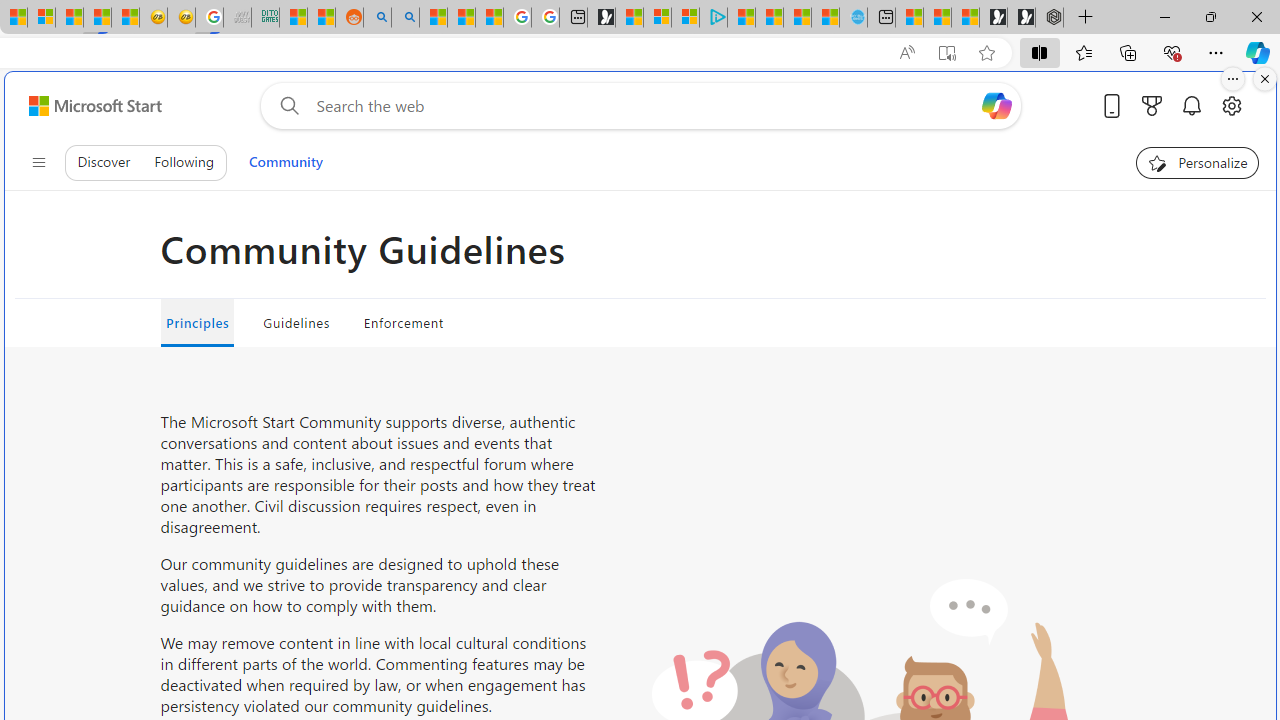 The width and height of the screenshot is (1280, 720). I want to click on 'Personalize your feed"', so click(1198, 162).